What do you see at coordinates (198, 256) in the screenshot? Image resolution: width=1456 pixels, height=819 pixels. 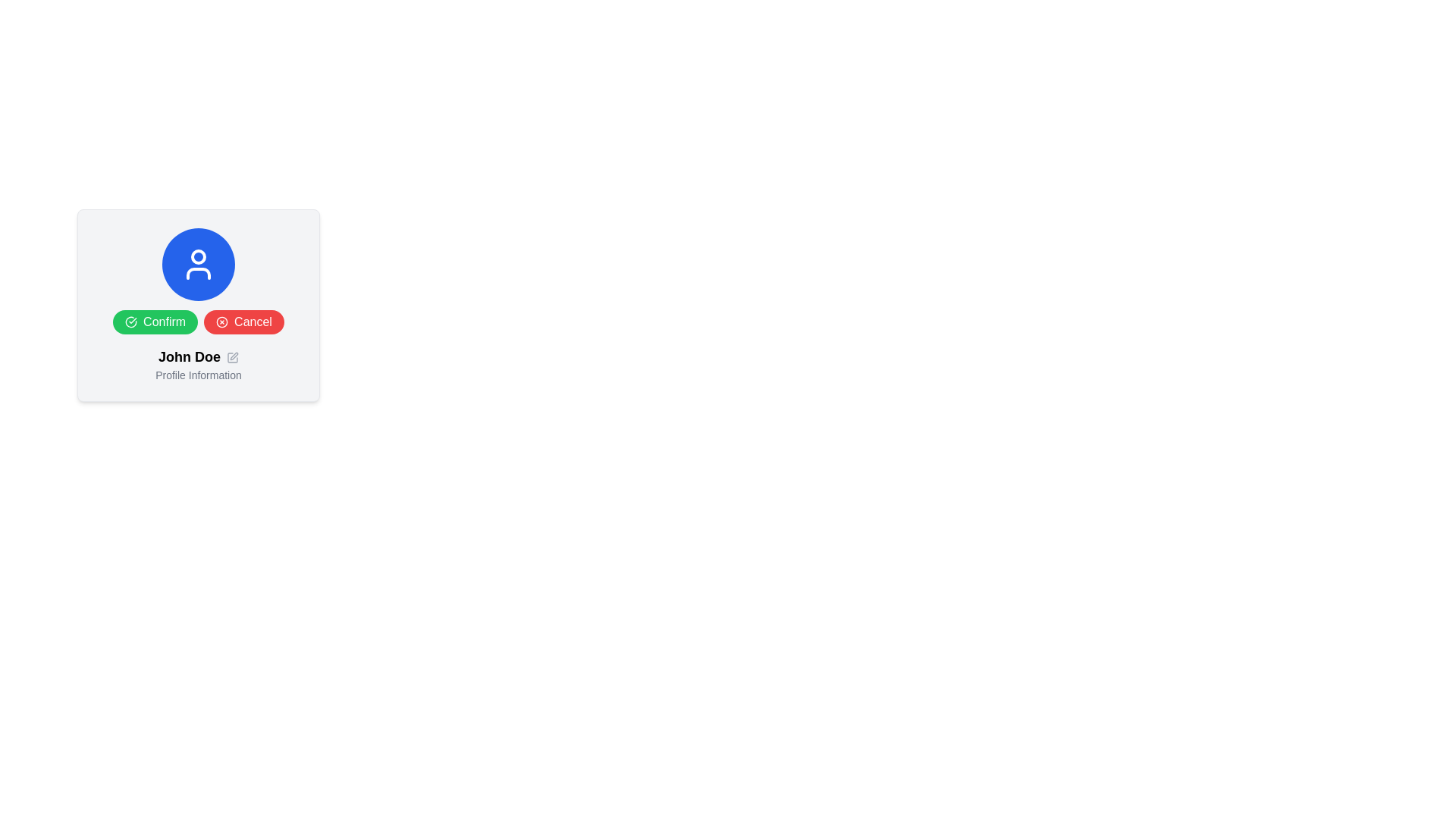 I see `the small circular graphical detail located at the top of the blue user avatar icon, which is centered horizontally above the base of the avatar` at bounding box center [198, 256].